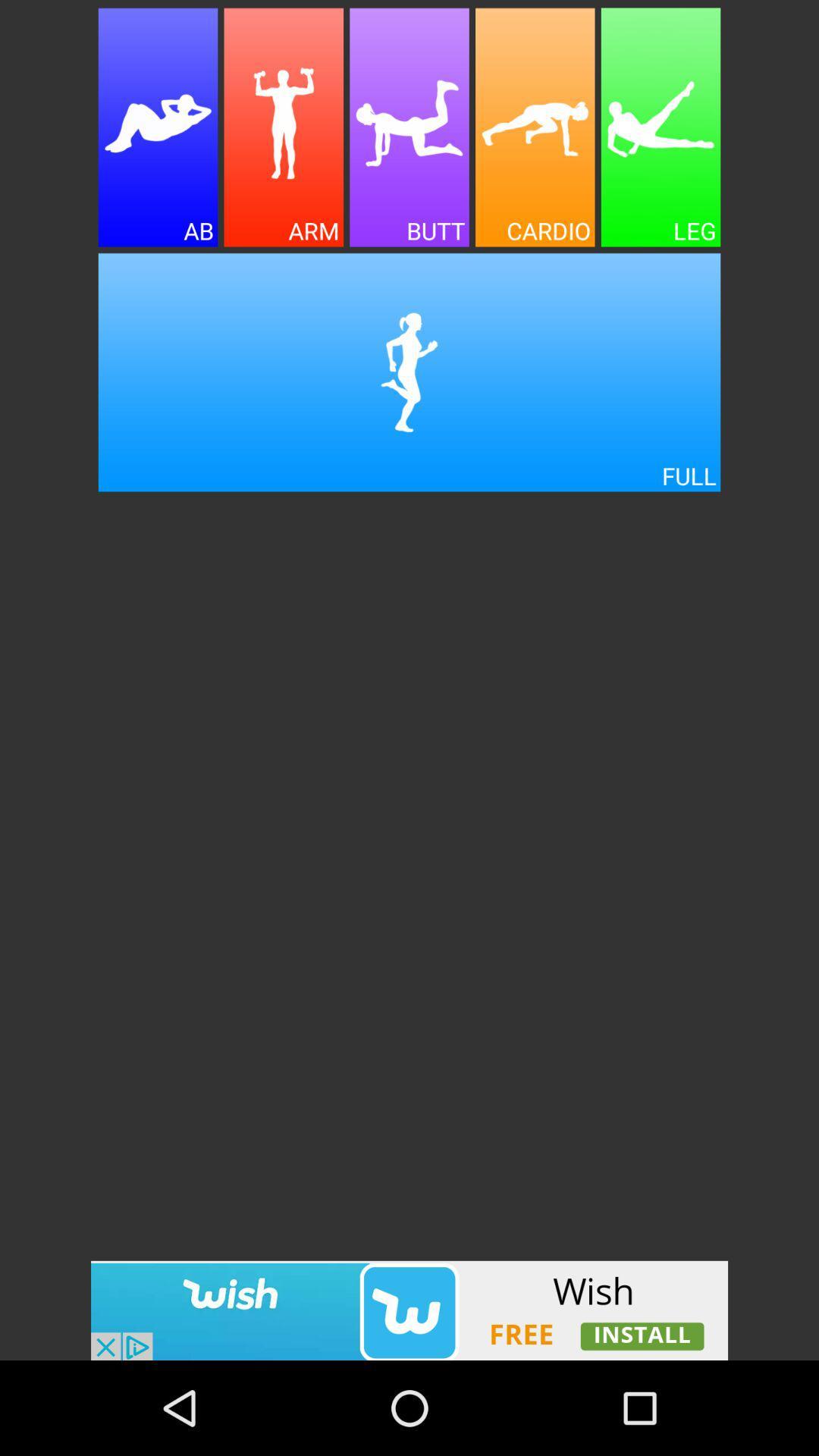 The image size is (819, 1456). Describe the element at coordinates (284, 136) in the screenshot. I see `the gift icon` at that location.